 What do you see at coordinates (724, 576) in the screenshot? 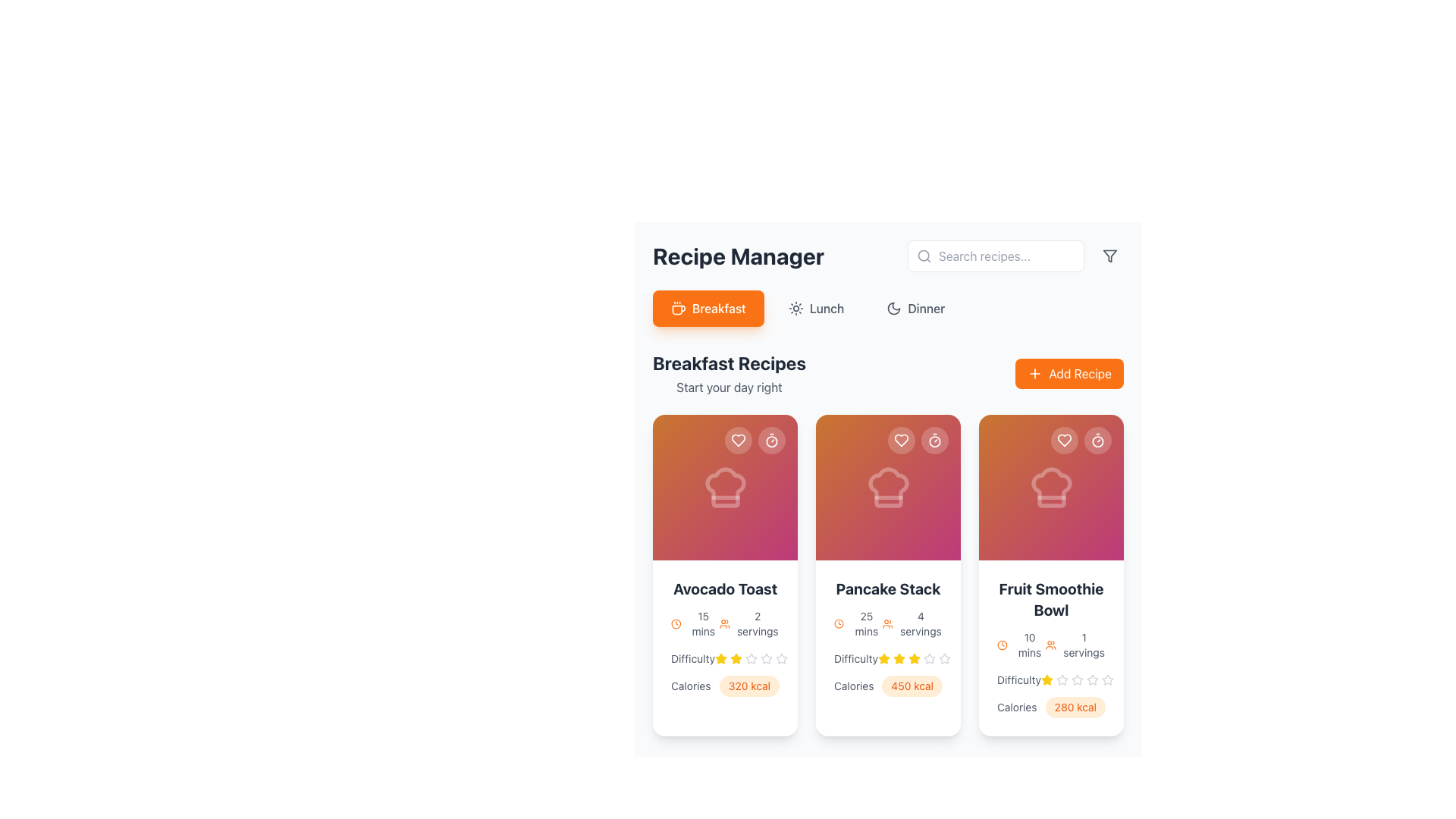
I see `the Avocado Toast recipe card` at bounding box center [724, 576].